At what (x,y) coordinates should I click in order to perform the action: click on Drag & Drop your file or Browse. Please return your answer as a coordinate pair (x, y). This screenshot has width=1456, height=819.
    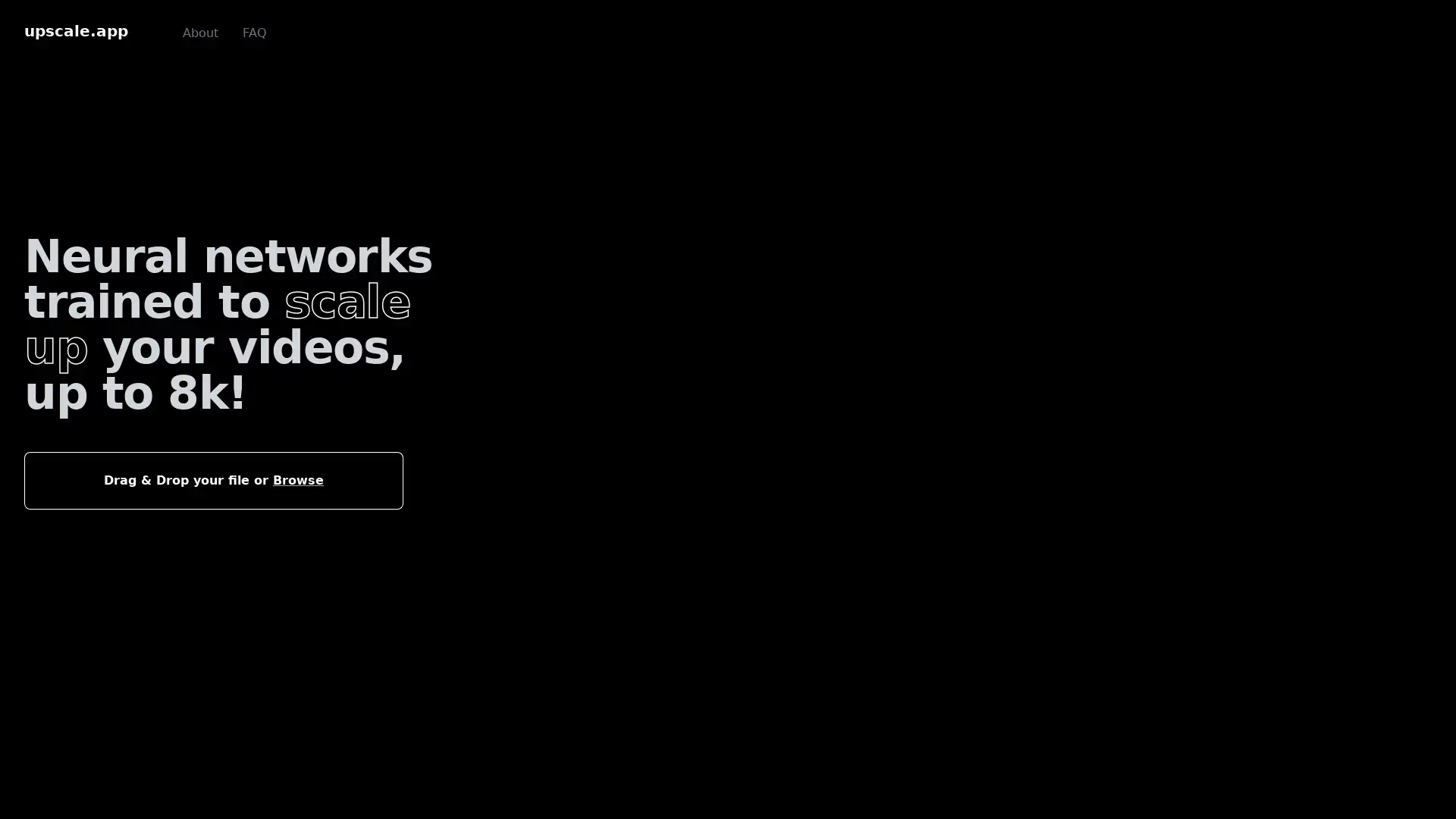
    Looking at the image, I should click on (213, 453).